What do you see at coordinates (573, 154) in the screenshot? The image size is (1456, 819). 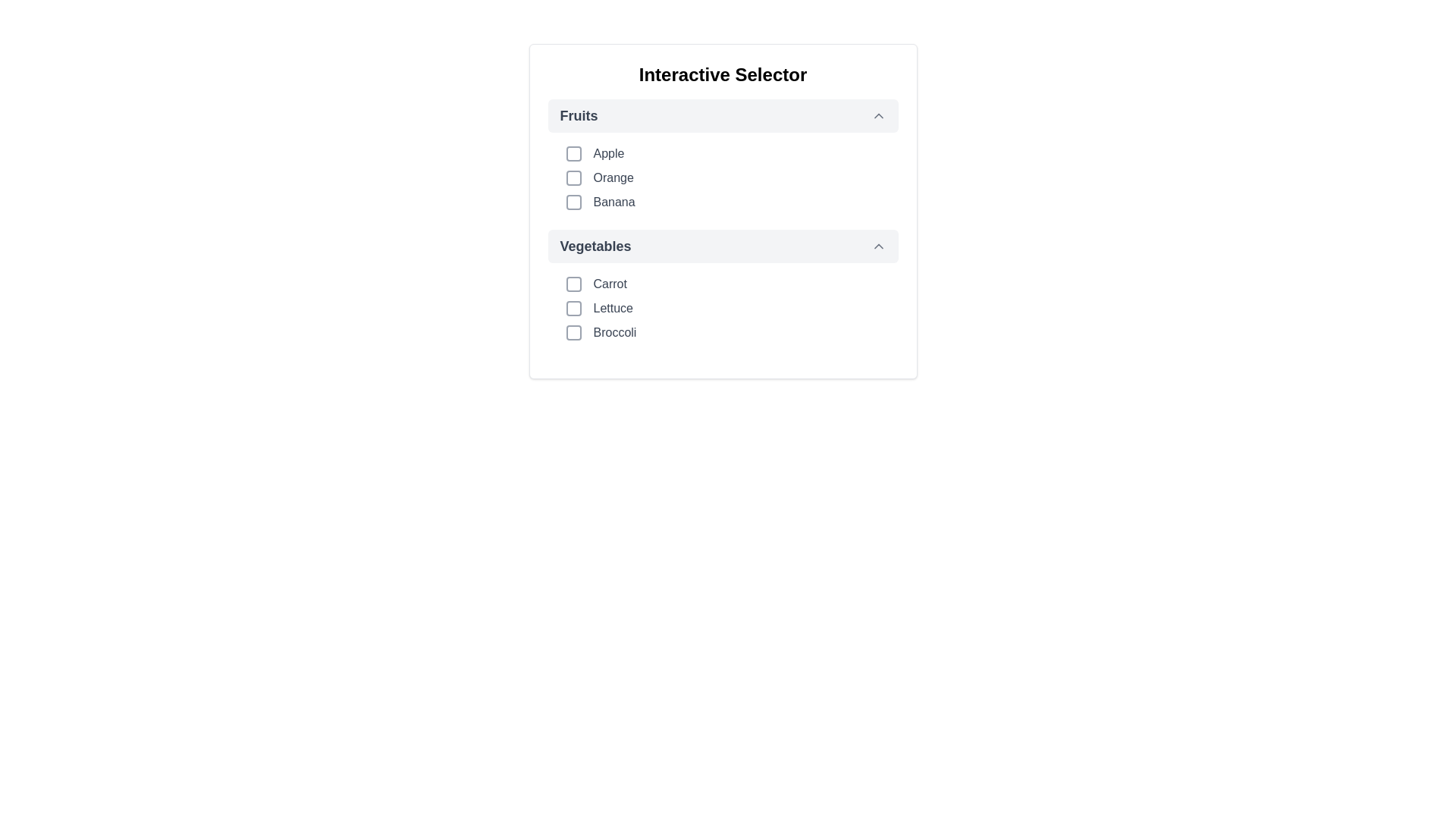 I see `the checkbox located to the left of the 'Apple' label in the 'Fruits' section` at bounding box center [573, 154].